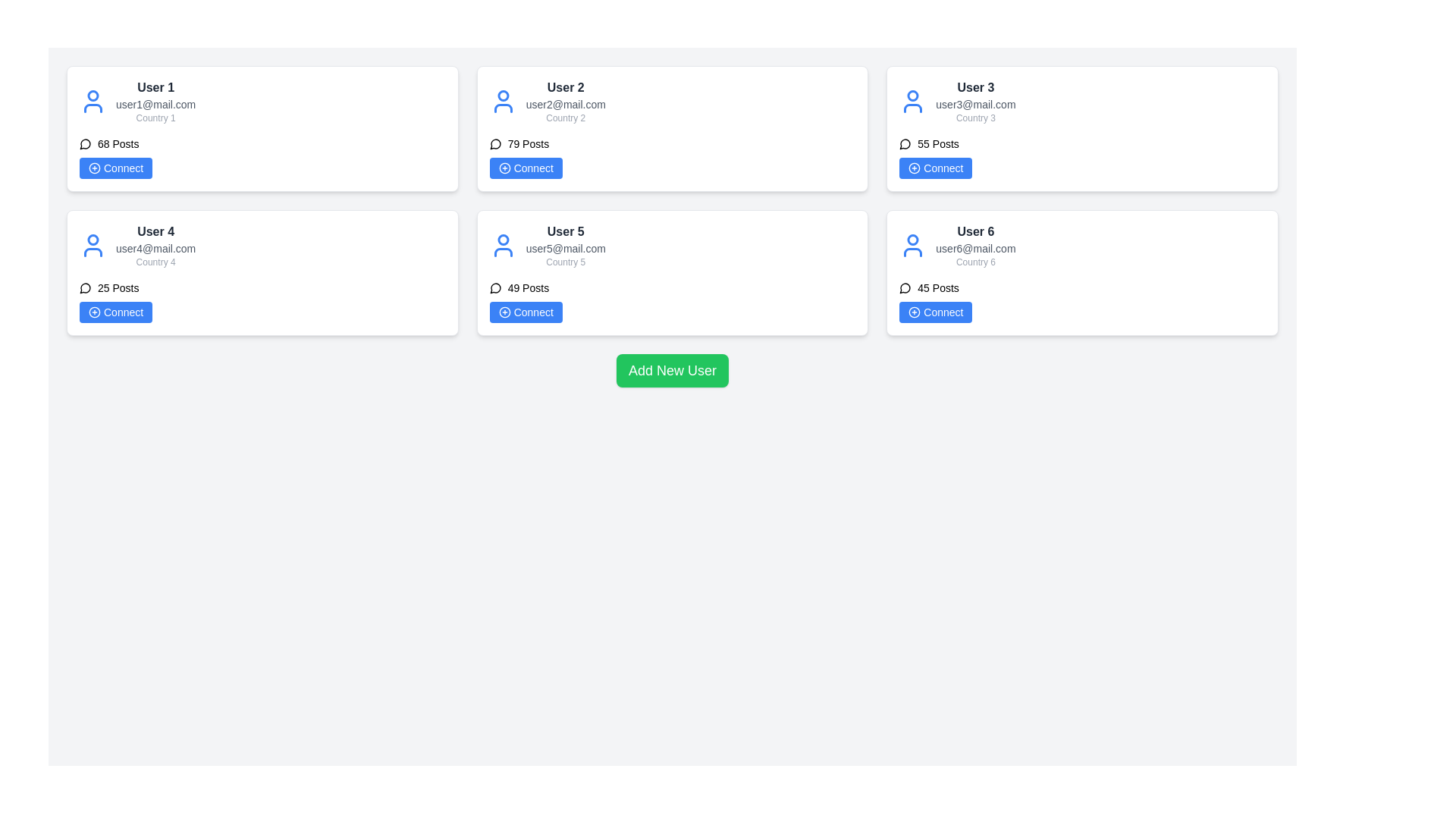  Describe the element at coordinates (93, 245) in the screenshot. I see `the user profile icon located in the top-left corner of the 'User 4' card, which is the leftmost card in the second row of the grid layout` at that location.